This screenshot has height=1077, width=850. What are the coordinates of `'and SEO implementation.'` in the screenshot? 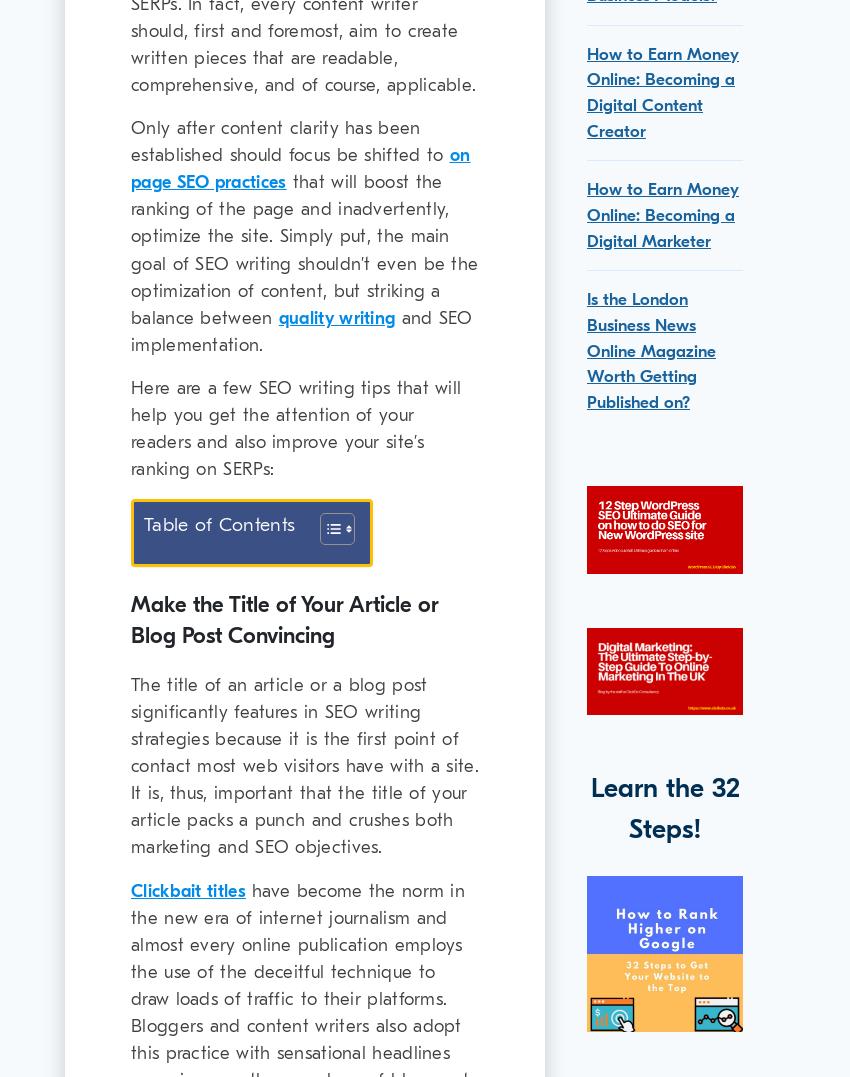 It's located at (301, 330).